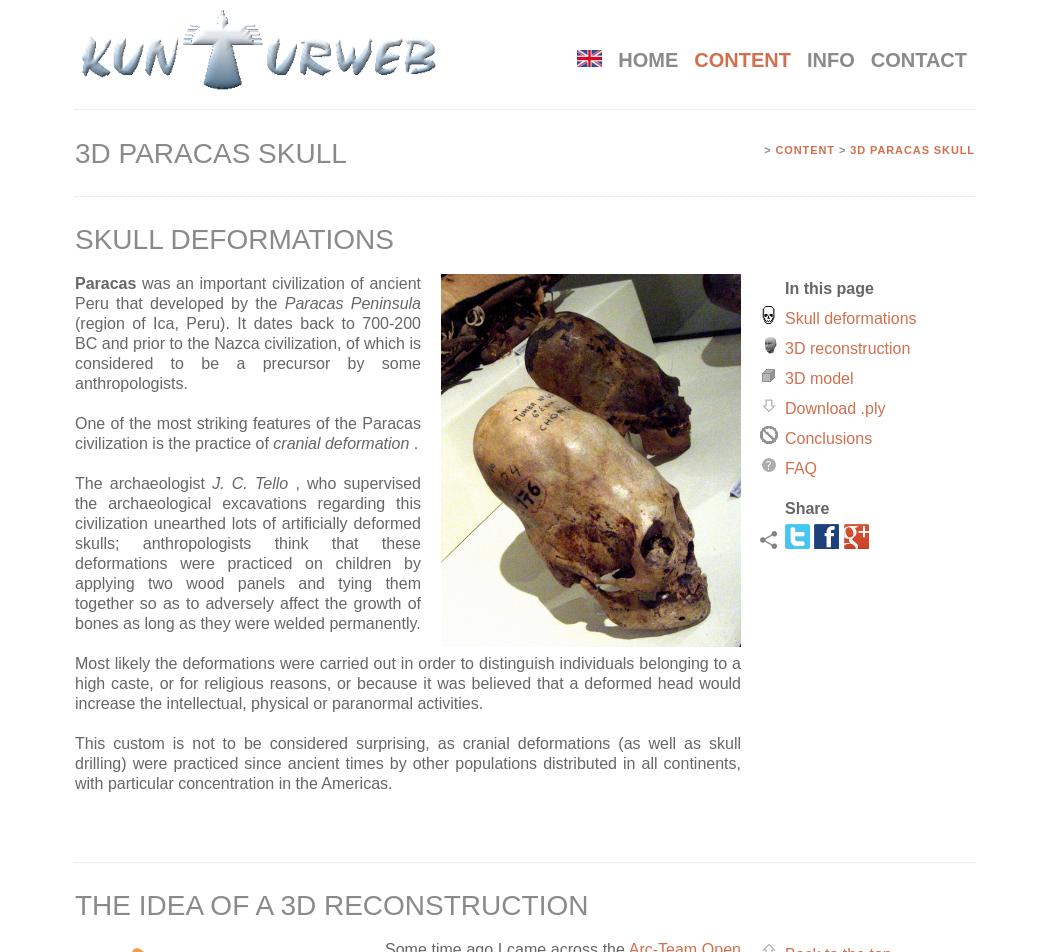 The image size is (1050, 952). I want to click on '3D model', so click(818, 377).